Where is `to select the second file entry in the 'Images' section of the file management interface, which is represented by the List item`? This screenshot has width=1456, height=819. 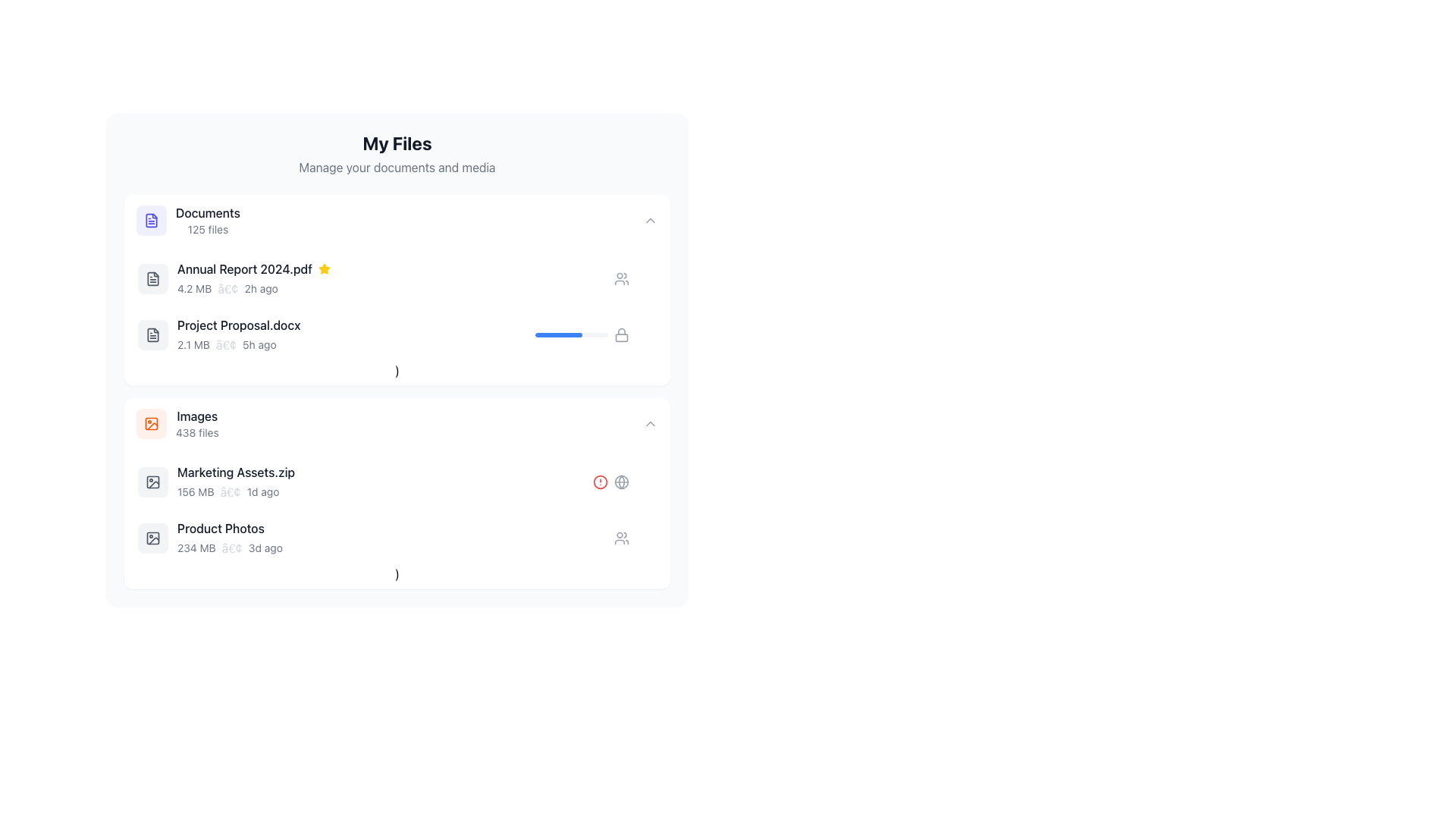
to select the second file entry in the 'Images' section of the file management interface, which is represented by the List item is located at coordinates (397, 482).